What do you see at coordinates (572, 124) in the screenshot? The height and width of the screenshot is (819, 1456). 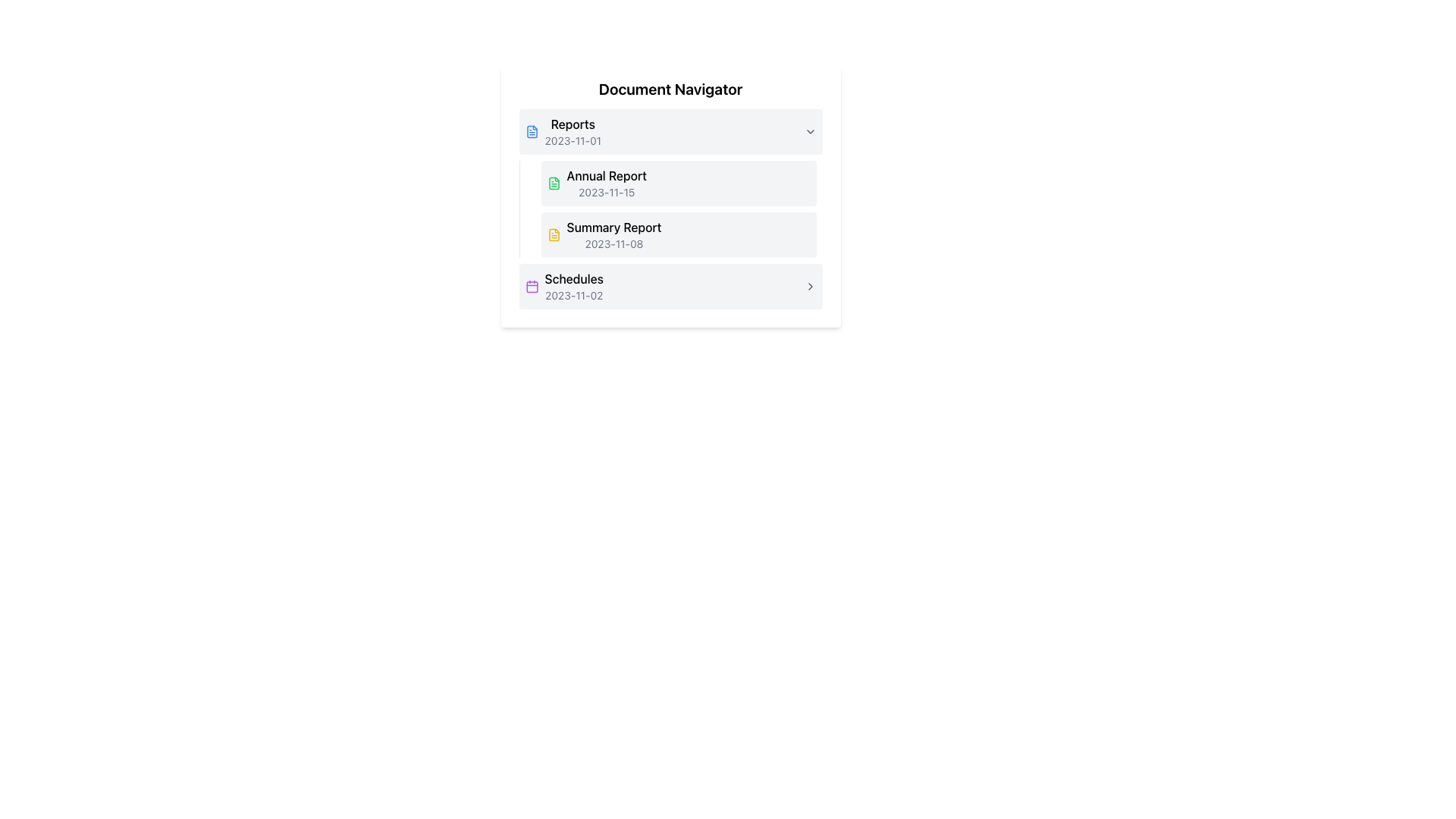 I see `the non-interactive label displaying 'Reports' located at the top-center of the interface` at bounding box center [572, 124].